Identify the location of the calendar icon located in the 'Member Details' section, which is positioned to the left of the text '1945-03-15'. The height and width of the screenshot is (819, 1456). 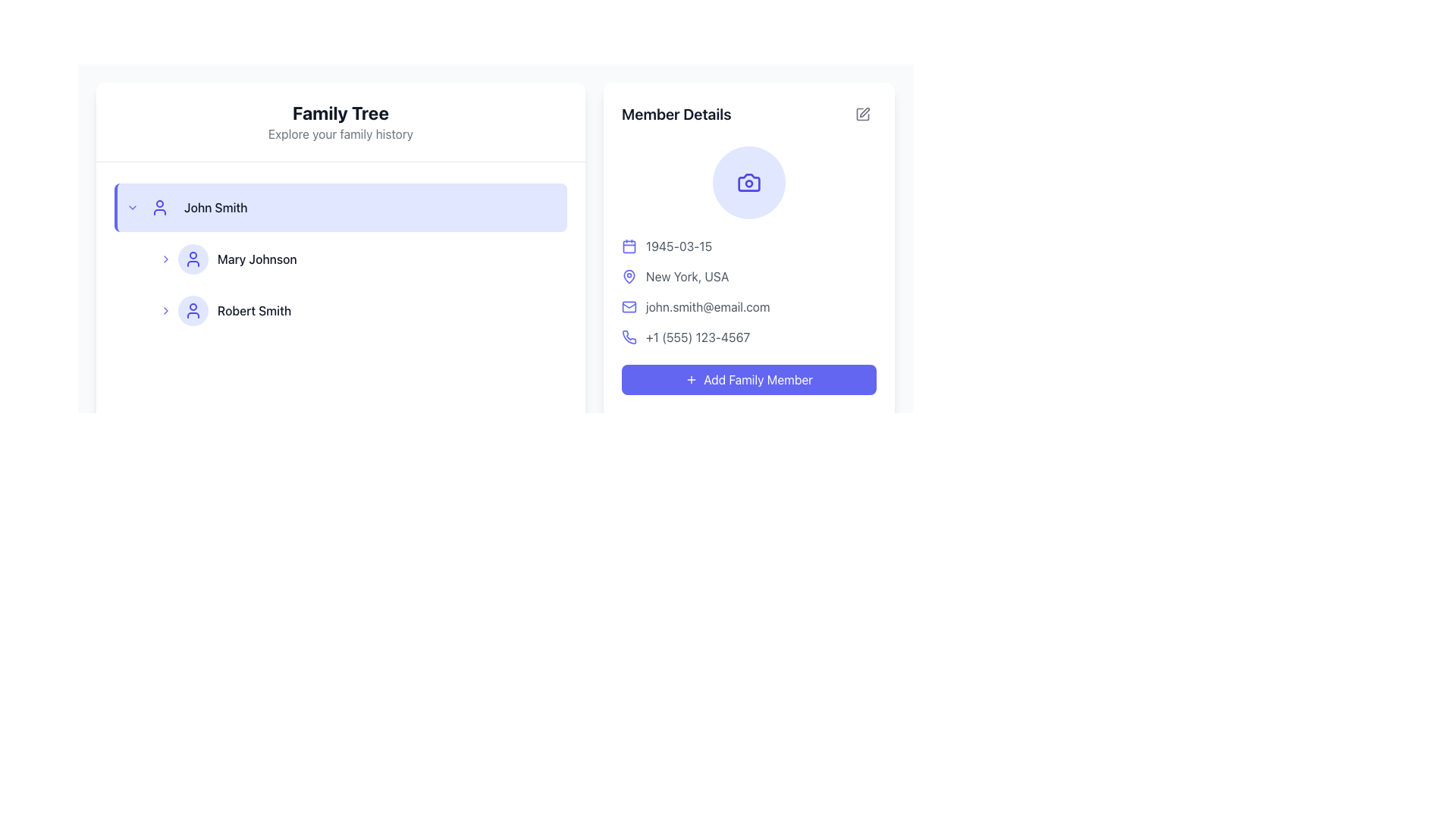
(629, 245).